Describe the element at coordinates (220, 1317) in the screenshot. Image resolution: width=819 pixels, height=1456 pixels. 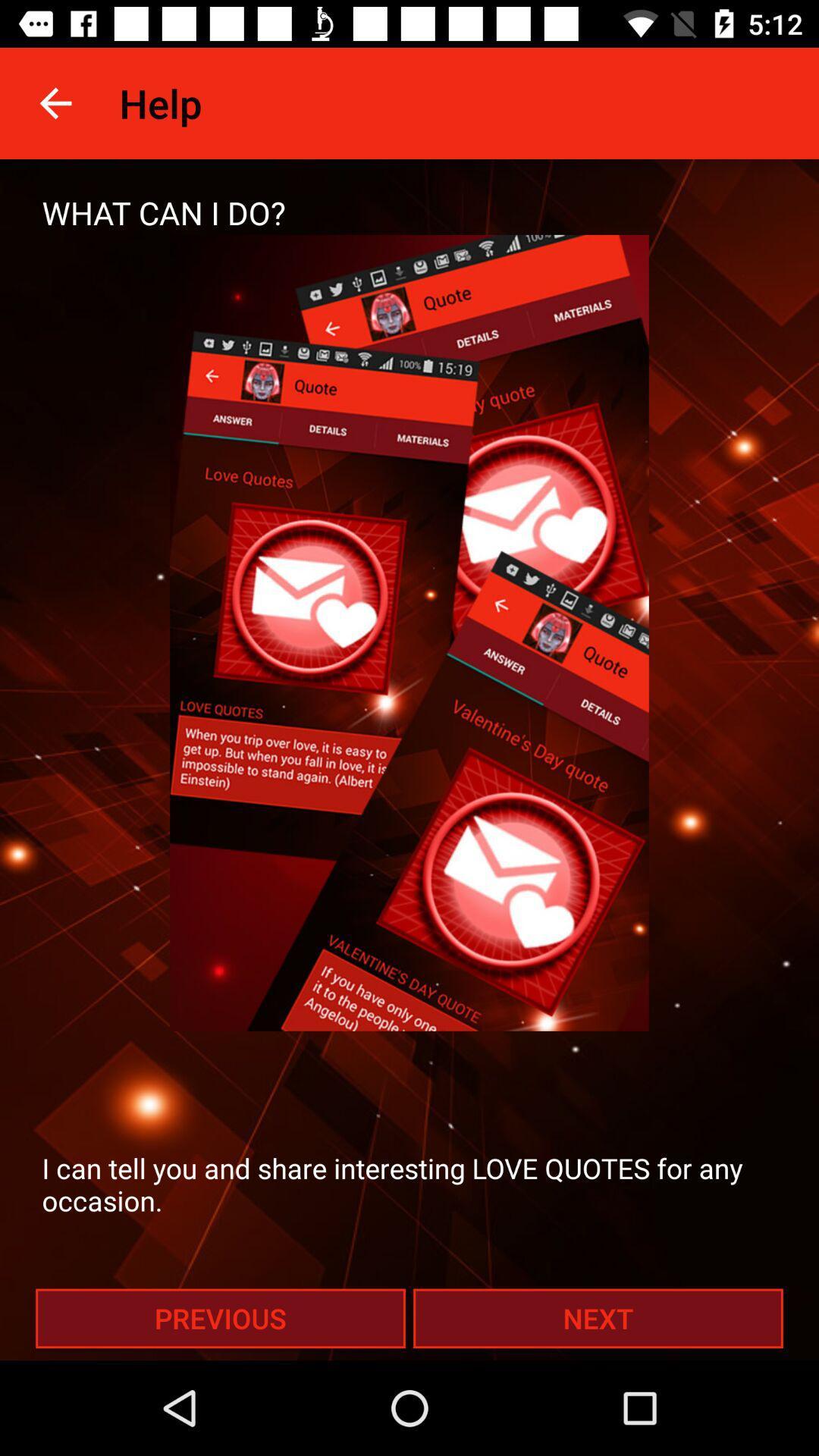
I see `the previous icon` at that location.